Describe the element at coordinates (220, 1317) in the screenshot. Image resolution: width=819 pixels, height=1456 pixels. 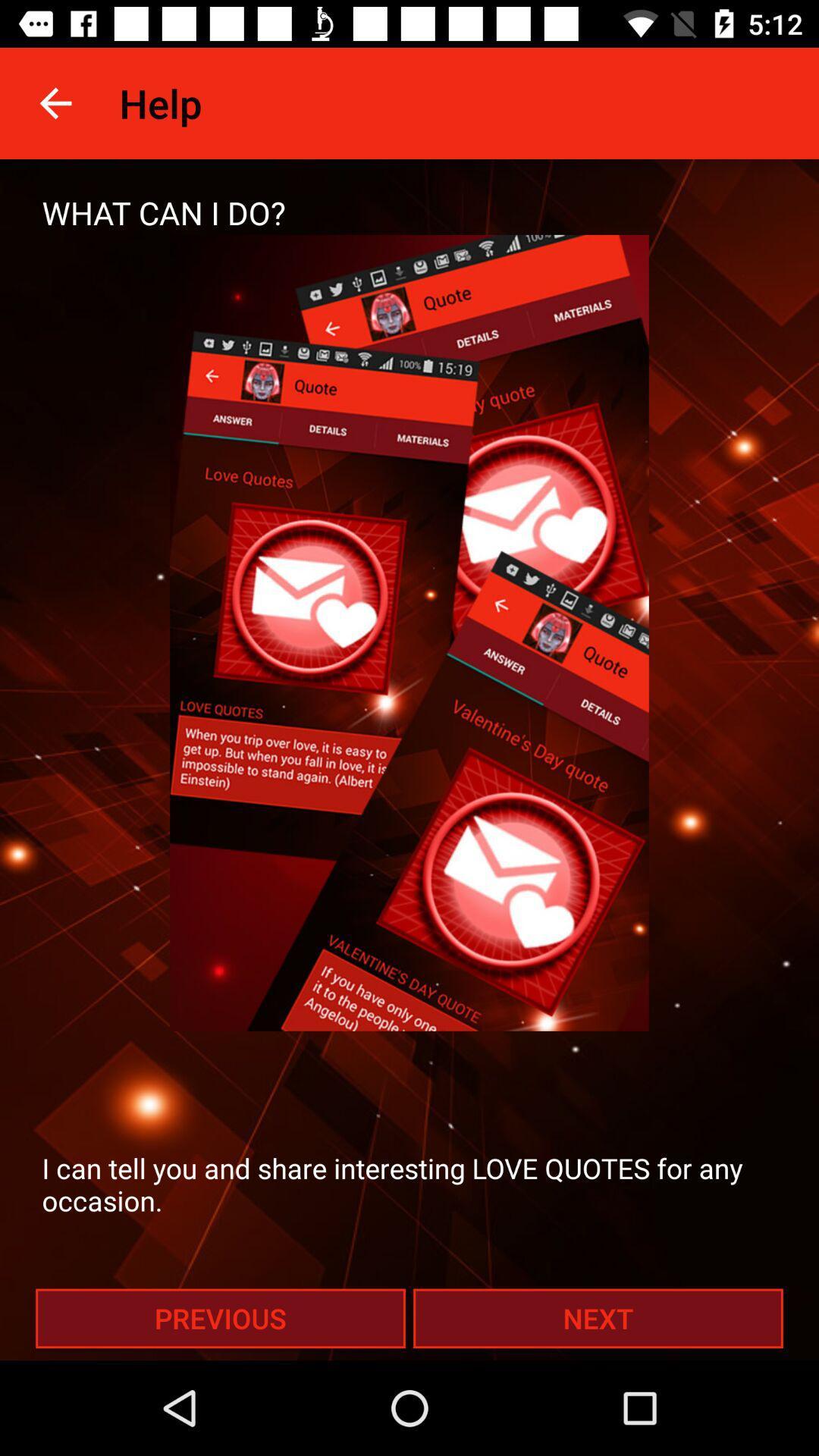
I see `the previous icon` at that location.